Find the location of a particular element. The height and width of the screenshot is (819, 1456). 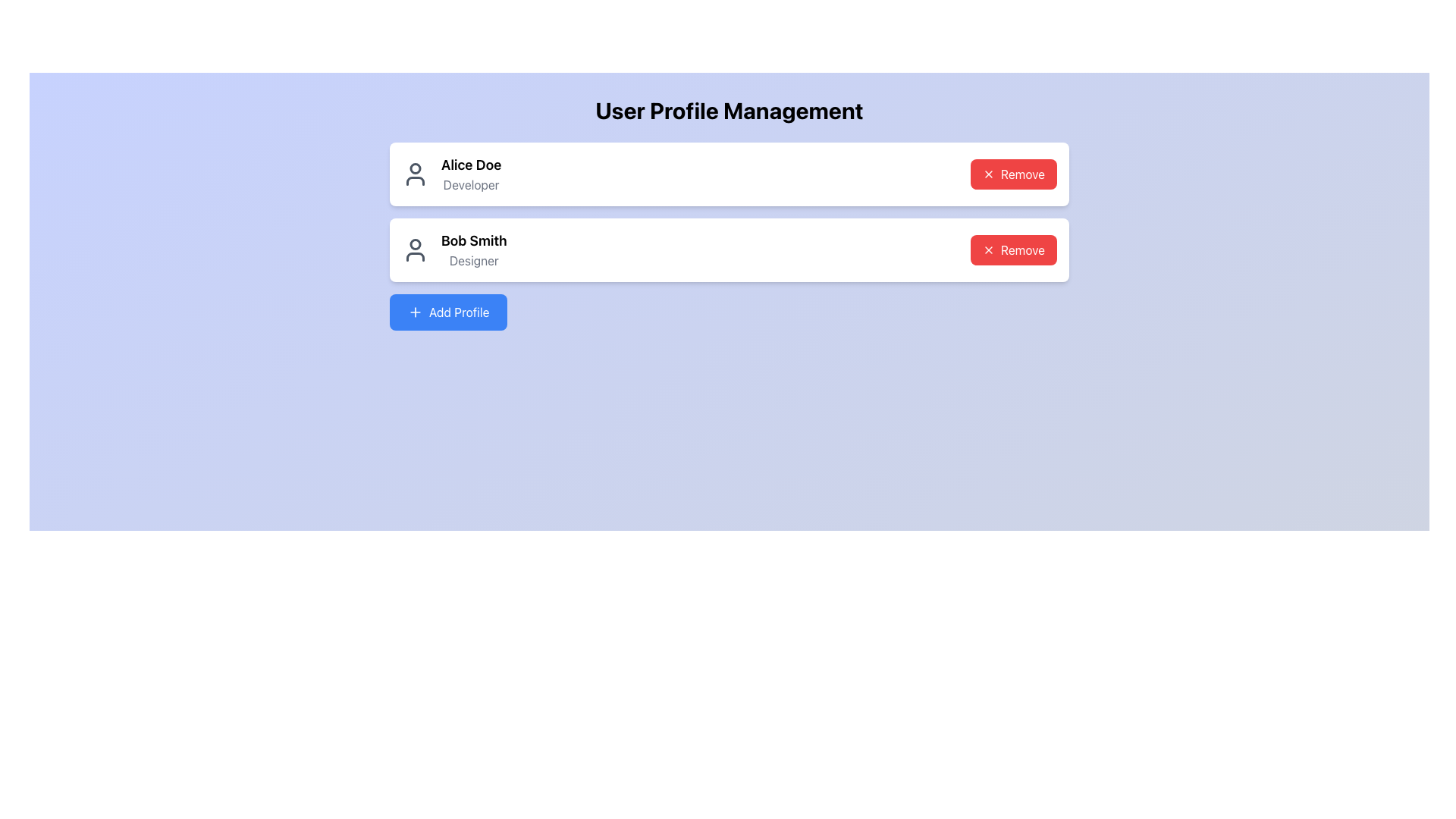

the small 'X' icon within the 'Remove' button in the profile section for 'Alice Doe', which is positioned to the left of the text 'Remove' is located at coordinates (988, 174).